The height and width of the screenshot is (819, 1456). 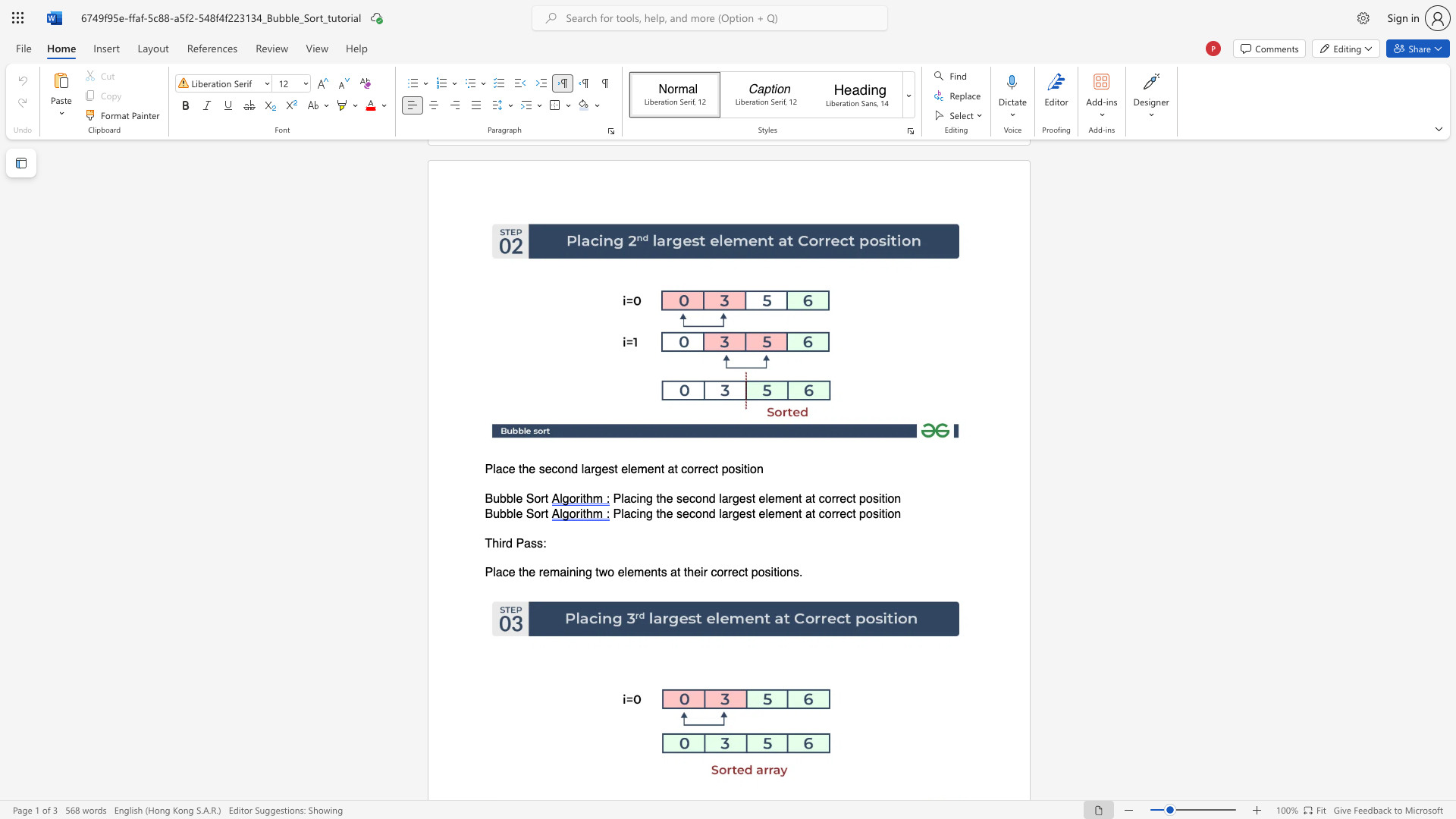 I want to click on the 3th character "i" in the text, so click(x=701, y=573).